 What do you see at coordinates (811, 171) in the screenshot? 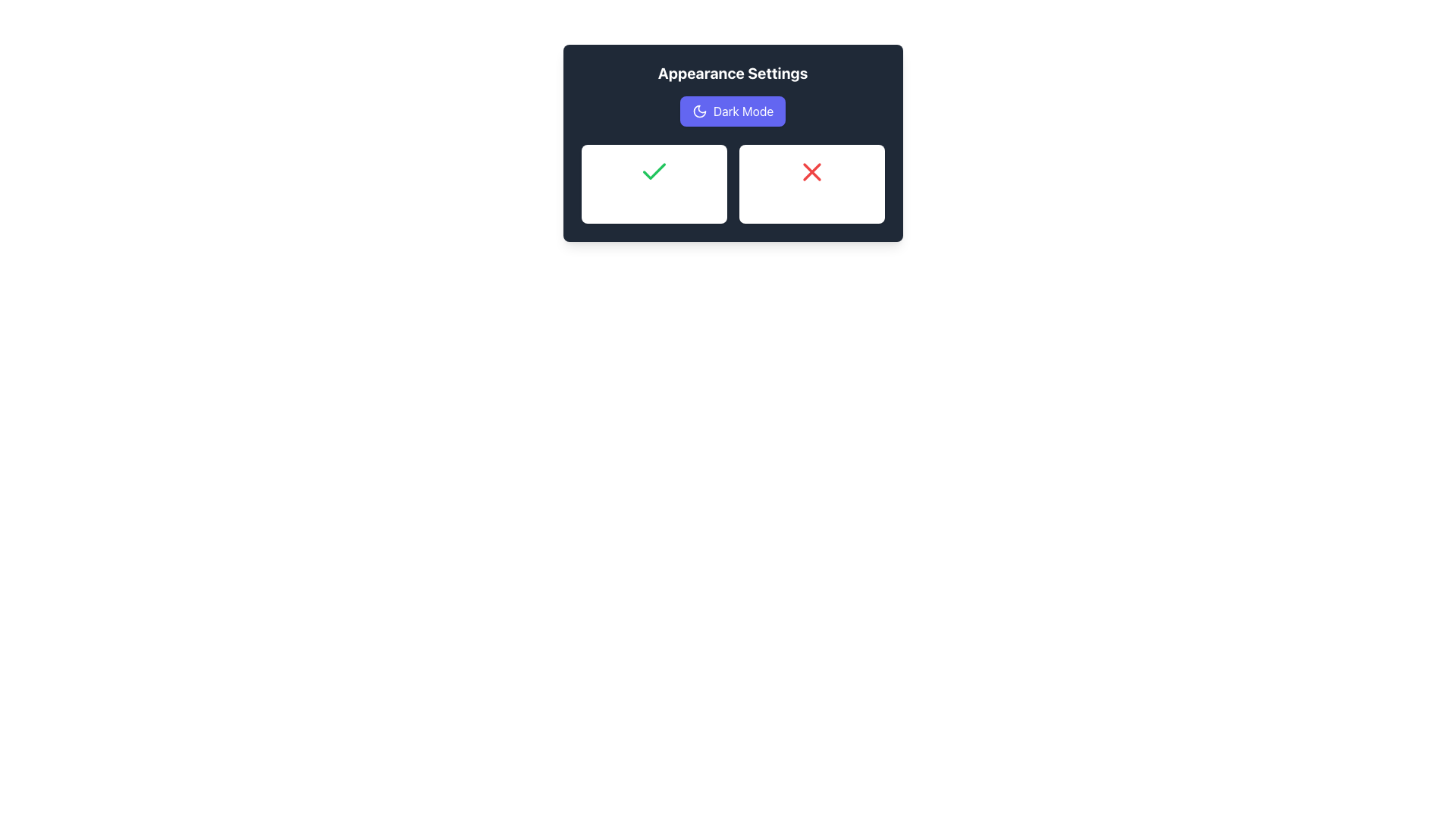
I see `the negative or cancel action icon located on the right side of the horizontal pair beneath the 'Appearance Settings' section to reject or close` at bounding box center [811, 171].